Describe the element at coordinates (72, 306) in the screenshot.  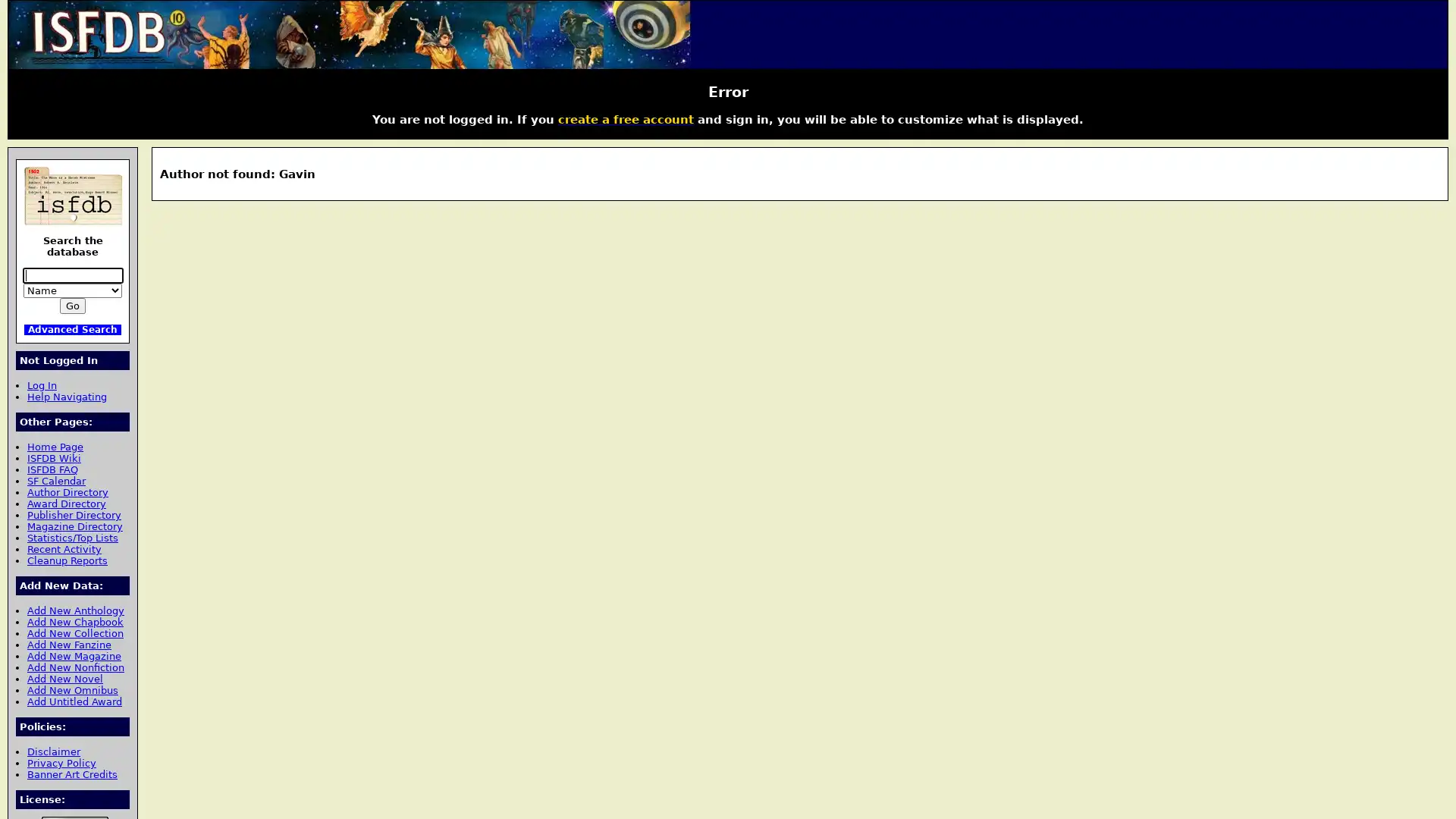
I see `Go` at that location.